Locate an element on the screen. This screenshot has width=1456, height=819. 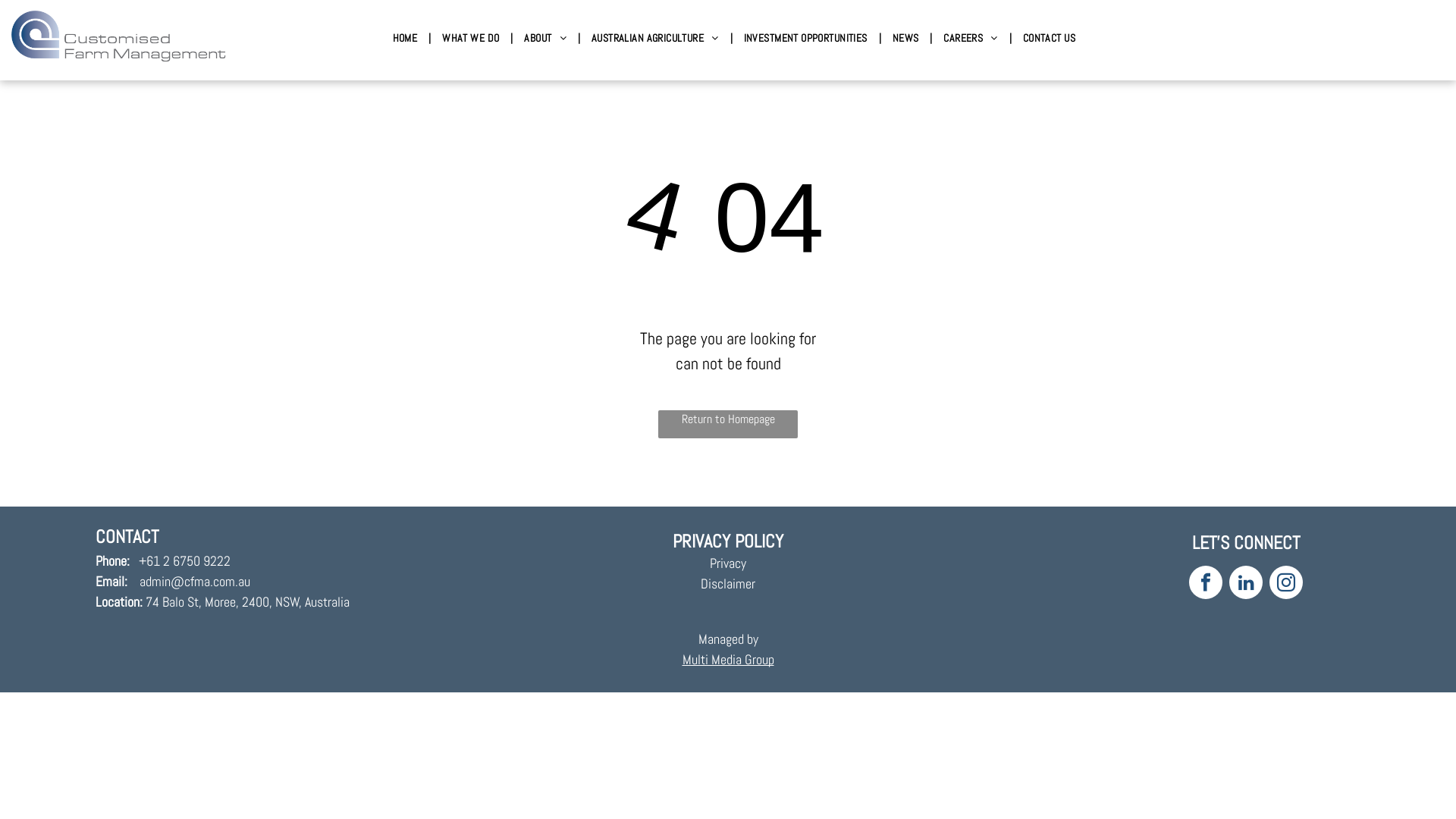
'ABOUT' is located at coordinates (545, 38).